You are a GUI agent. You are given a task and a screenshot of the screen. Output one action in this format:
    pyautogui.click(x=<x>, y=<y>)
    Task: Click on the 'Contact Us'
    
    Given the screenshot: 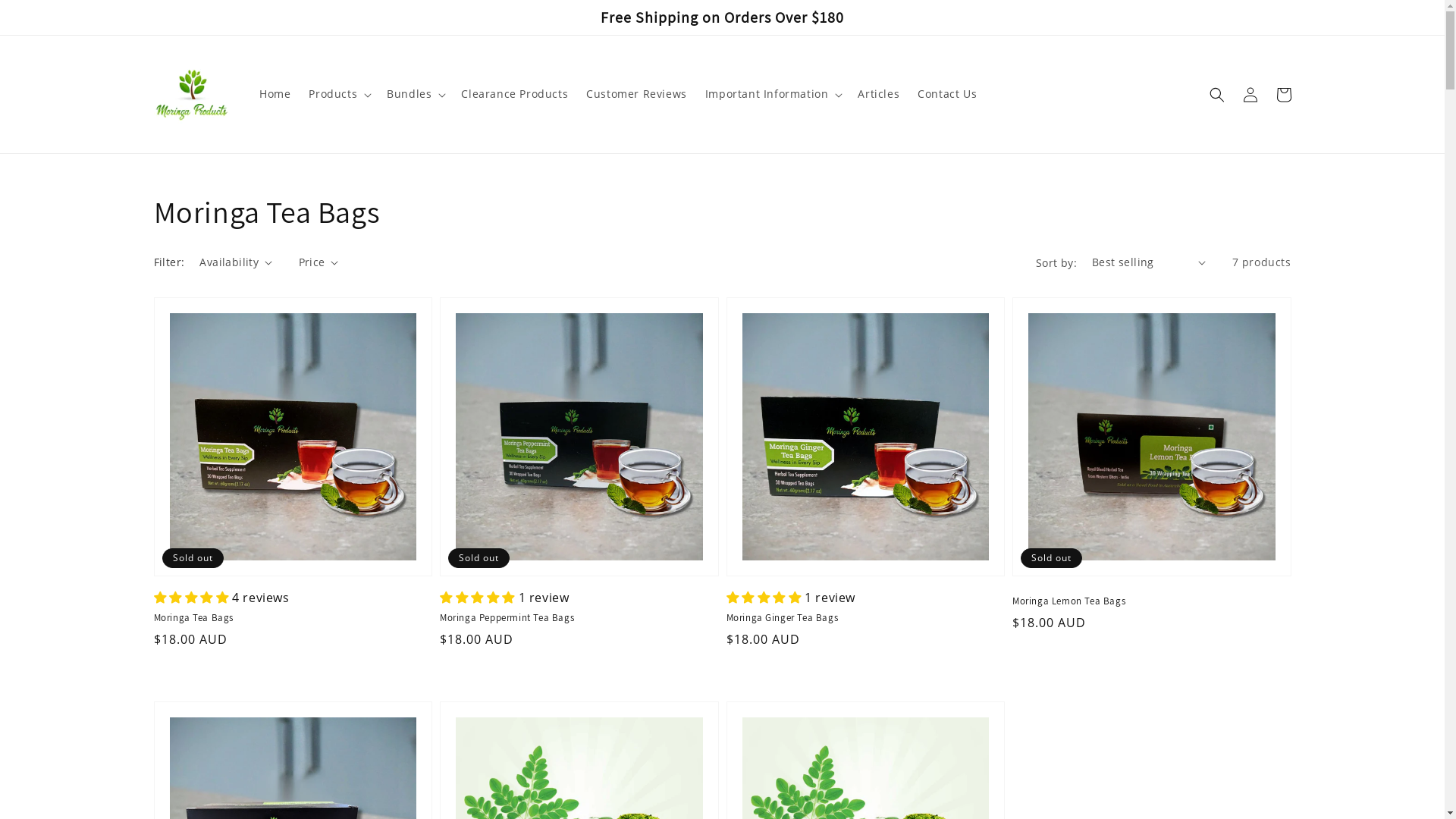 What is the action you would take?
    pyautogui.click(x=946, y=93)
    